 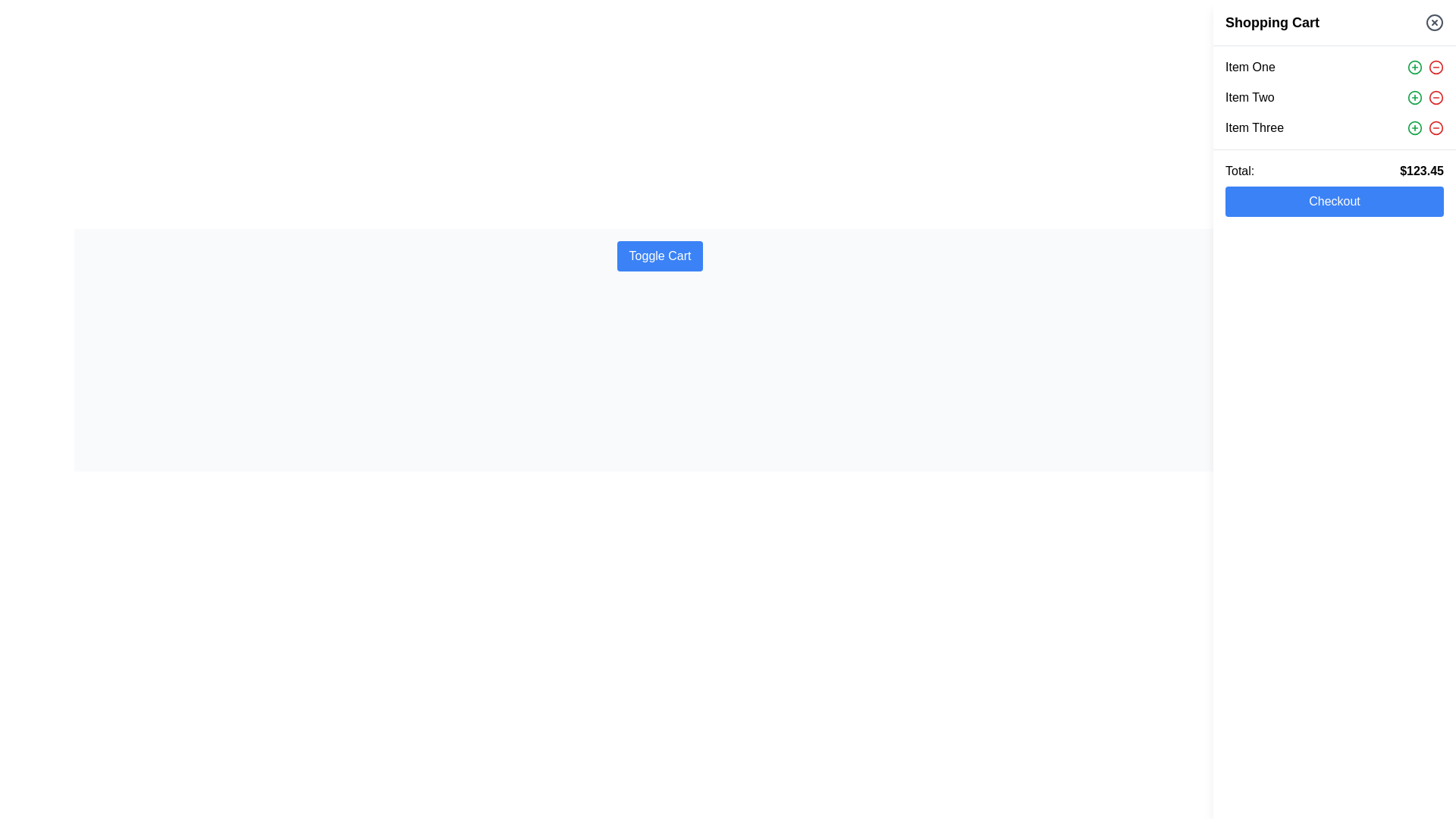 What do you see at coordinates (1425, 97) in the screenshot?
I see `the interactive control group consisting of a green '+' icon and a red '-' icon located to the right of the 'Item Two' label in the shopping cart interface` at bounding box center [1425, 97].